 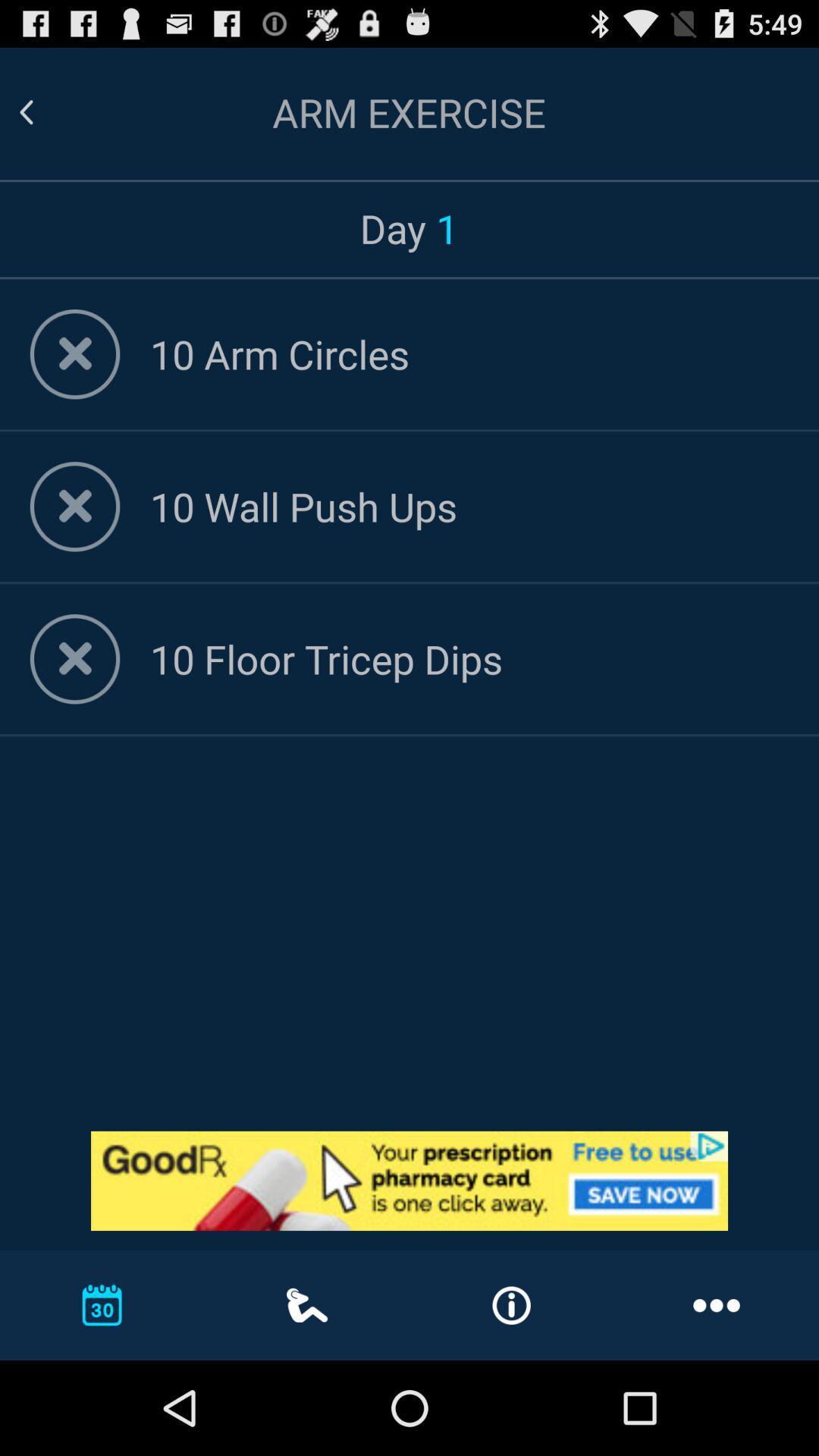 I want to click on the arrow_backward icon, so click(x=44, y=119).